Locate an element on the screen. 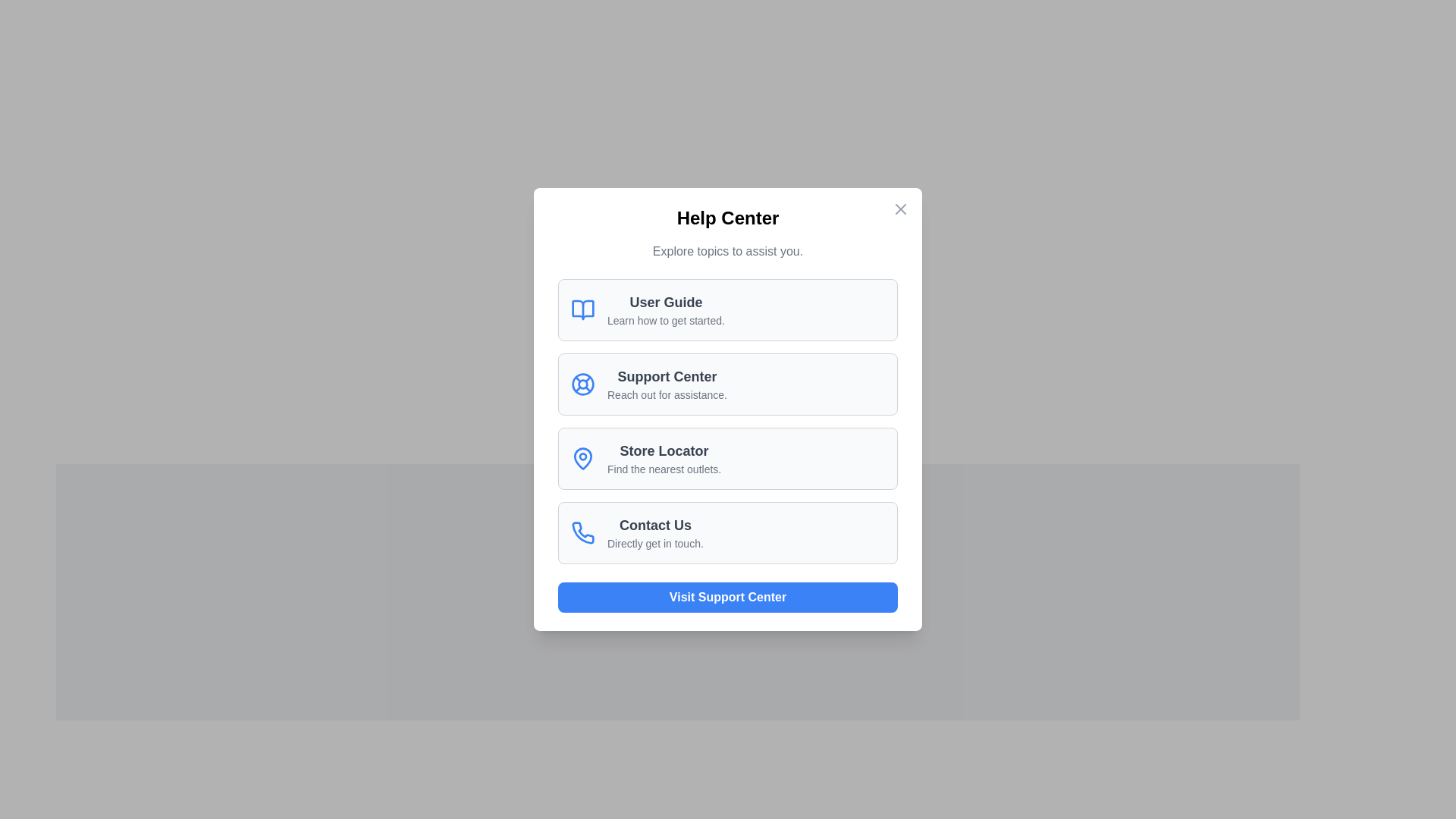 The height and width of the screenshot is (819, 1456). the static text displaying 'Directly get in touch.' located under the 'Contact Us' header in the lower-right quadrant of the modal interface is located at coordinates (655, 543).